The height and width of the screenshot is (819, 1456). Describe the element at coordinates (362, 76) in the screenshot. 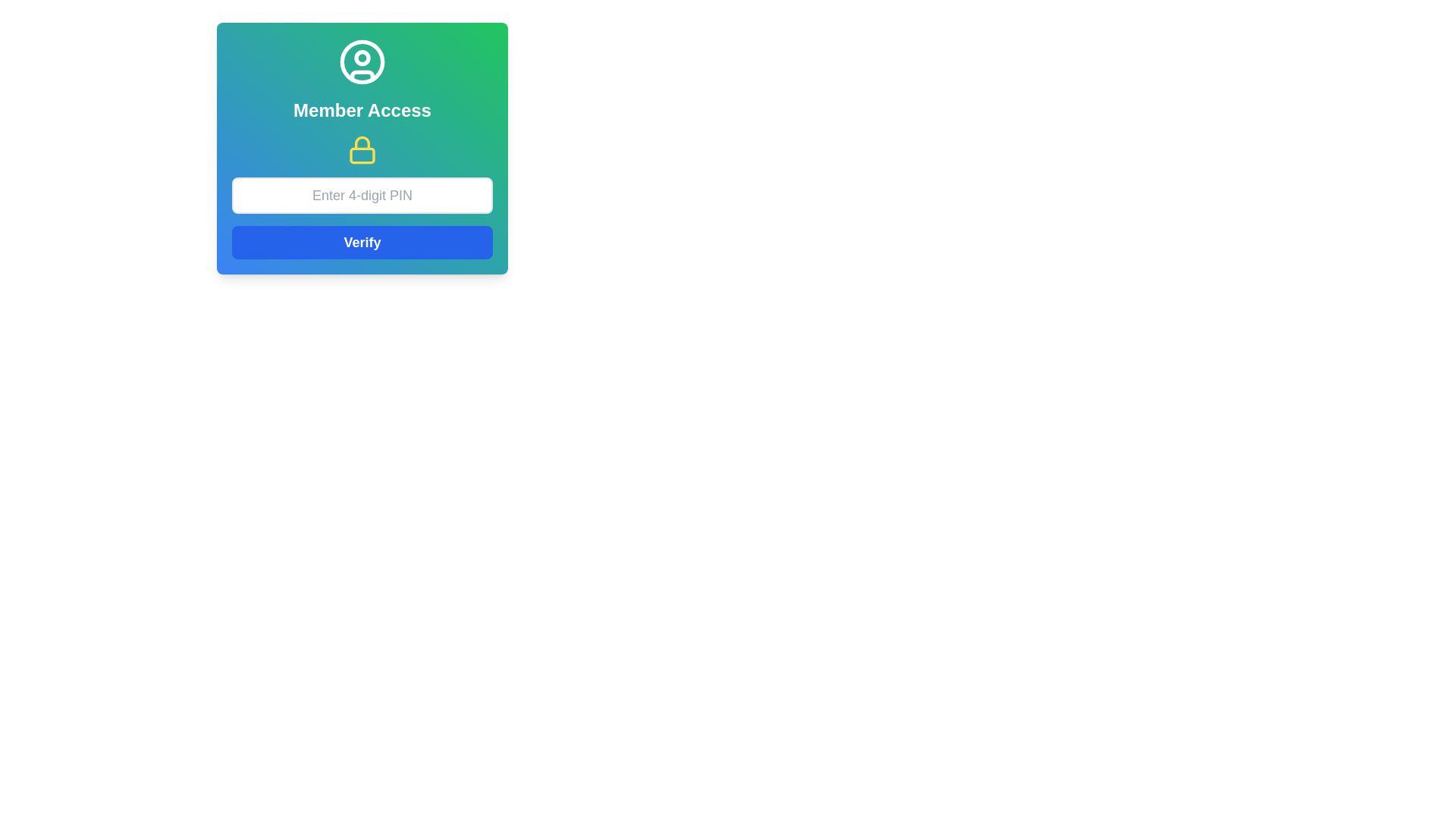

I see `the decorative graphical component that resembles a schematic representation of shoulders in an avatar icon, located at the bottom of a circular graphical icon` at that location.